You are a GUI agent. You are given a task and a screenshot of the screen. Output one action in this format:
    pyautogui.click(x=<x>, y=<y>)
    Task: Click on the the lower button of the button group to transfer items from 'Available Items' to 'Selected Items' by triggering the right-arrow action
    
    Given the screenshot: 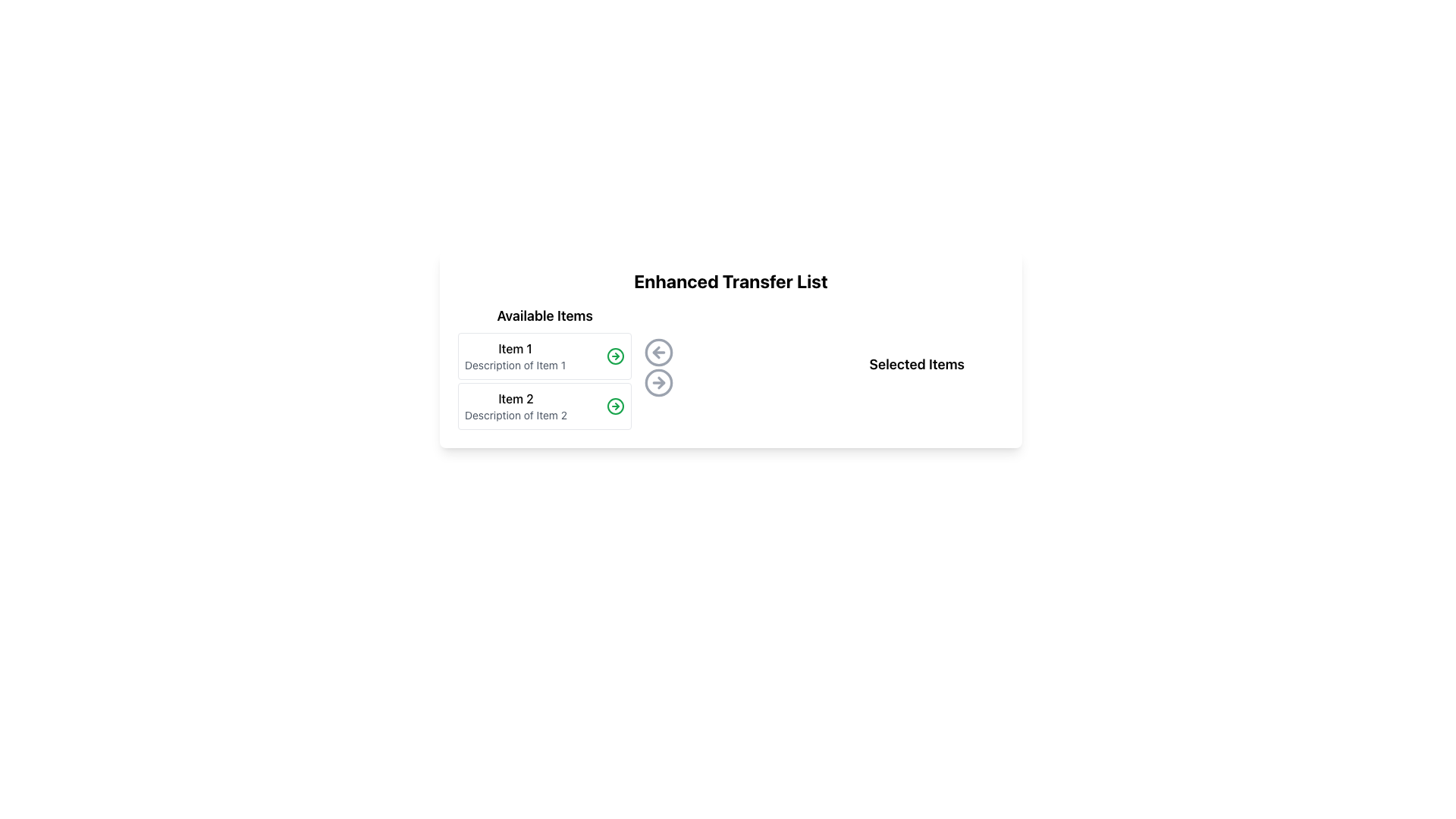 What is the action you would take?
    pyautogui.click(x=731, y=368)
    